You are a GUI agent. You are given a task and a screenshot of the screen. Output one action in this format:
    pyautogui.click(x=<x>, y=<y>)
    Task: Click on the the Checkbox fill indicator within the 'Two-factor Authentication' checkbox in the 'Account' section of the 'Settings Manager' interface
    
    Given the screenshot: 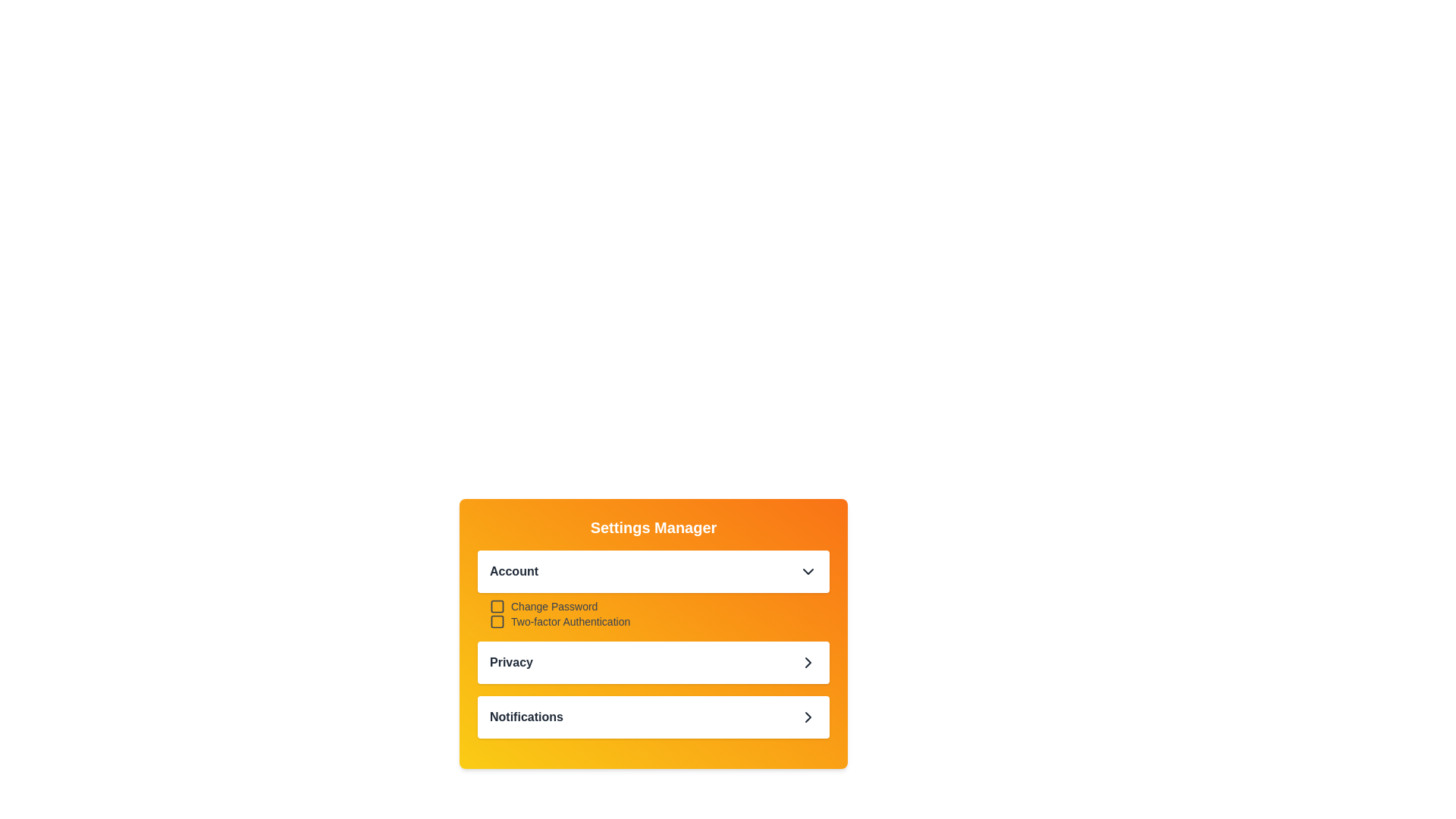 What is the action you would take?
    pyautogui.click(x=497, y=622)
    